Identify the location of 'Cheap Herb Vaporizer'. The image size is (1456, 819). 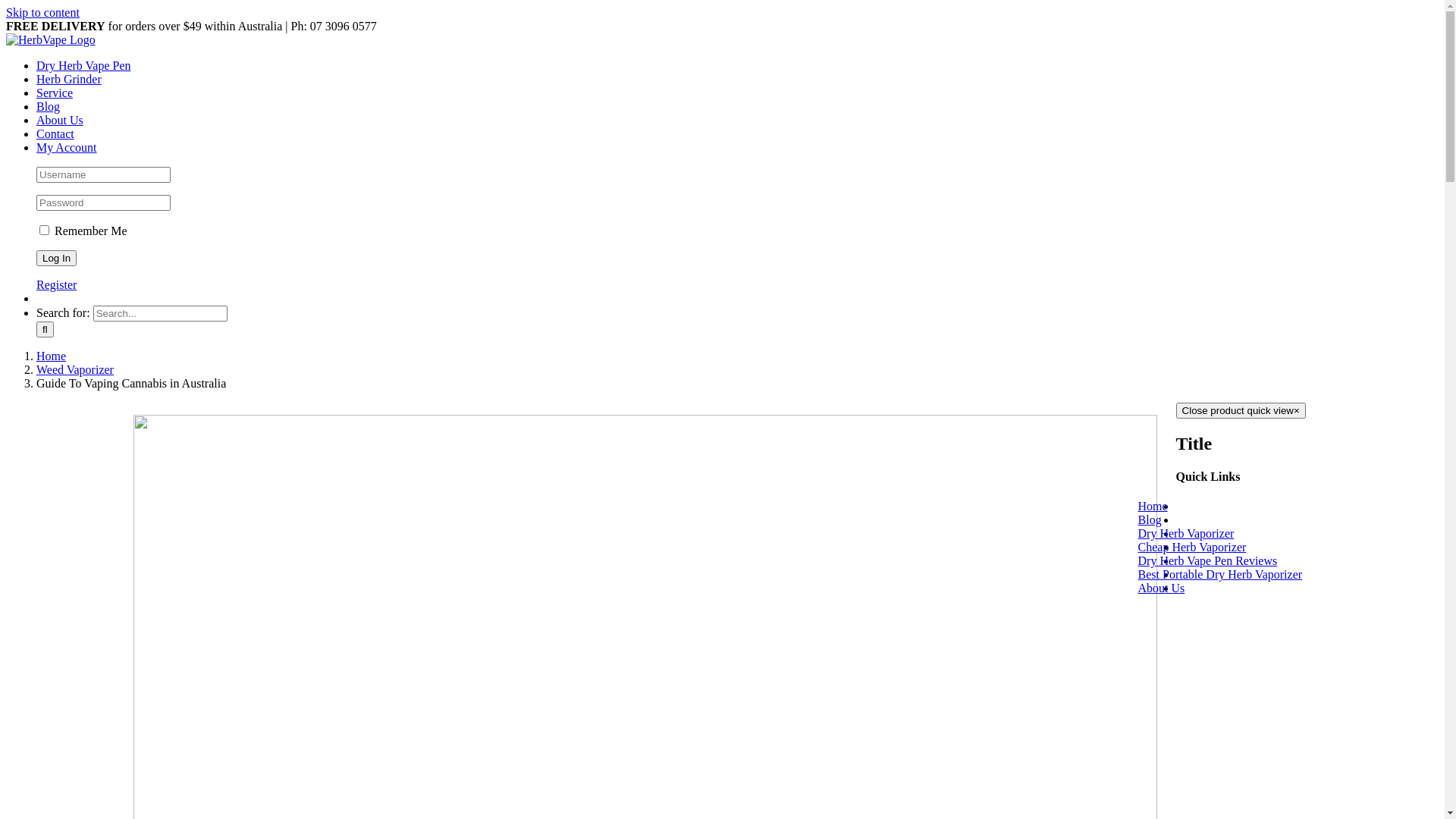
(1210, 547).